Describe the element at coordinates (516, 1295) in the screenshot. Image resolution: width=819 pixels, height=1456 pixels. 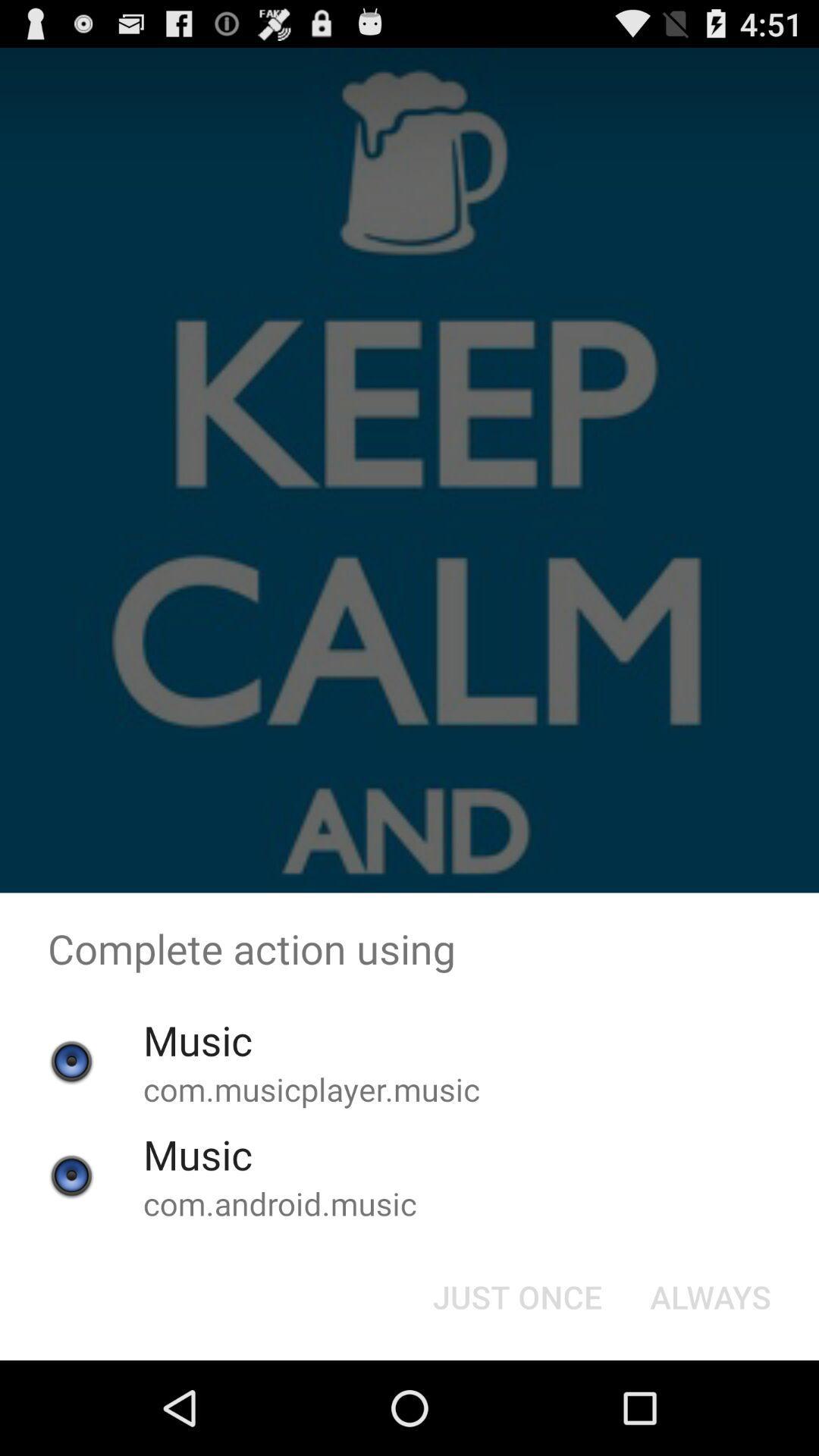
I see `the icon to the left of the always icon` at that location.